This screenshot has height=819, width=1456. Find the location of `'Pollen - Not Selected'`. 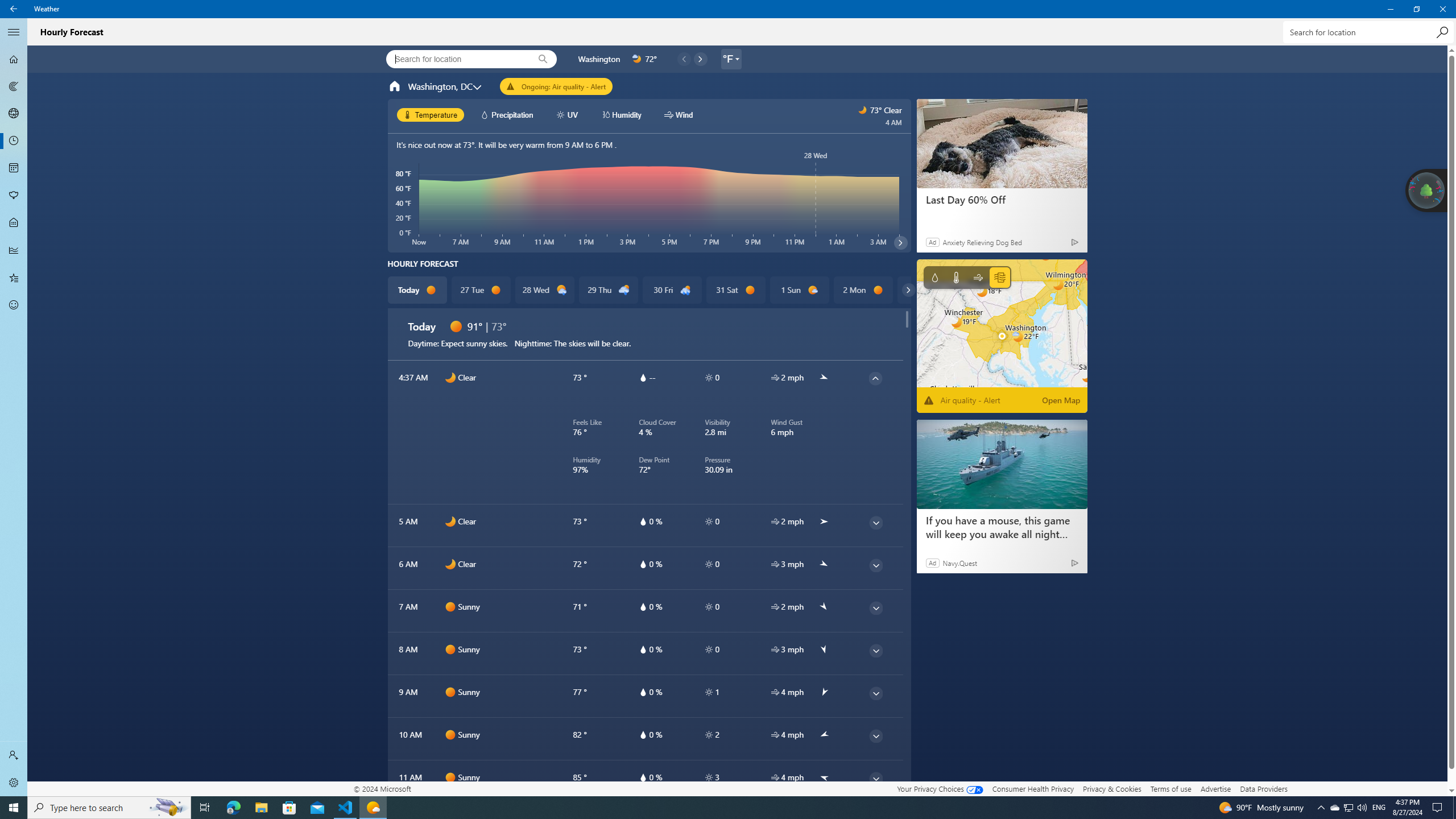

'Pollen - Not Selected' is located at coordinates (14, 196).